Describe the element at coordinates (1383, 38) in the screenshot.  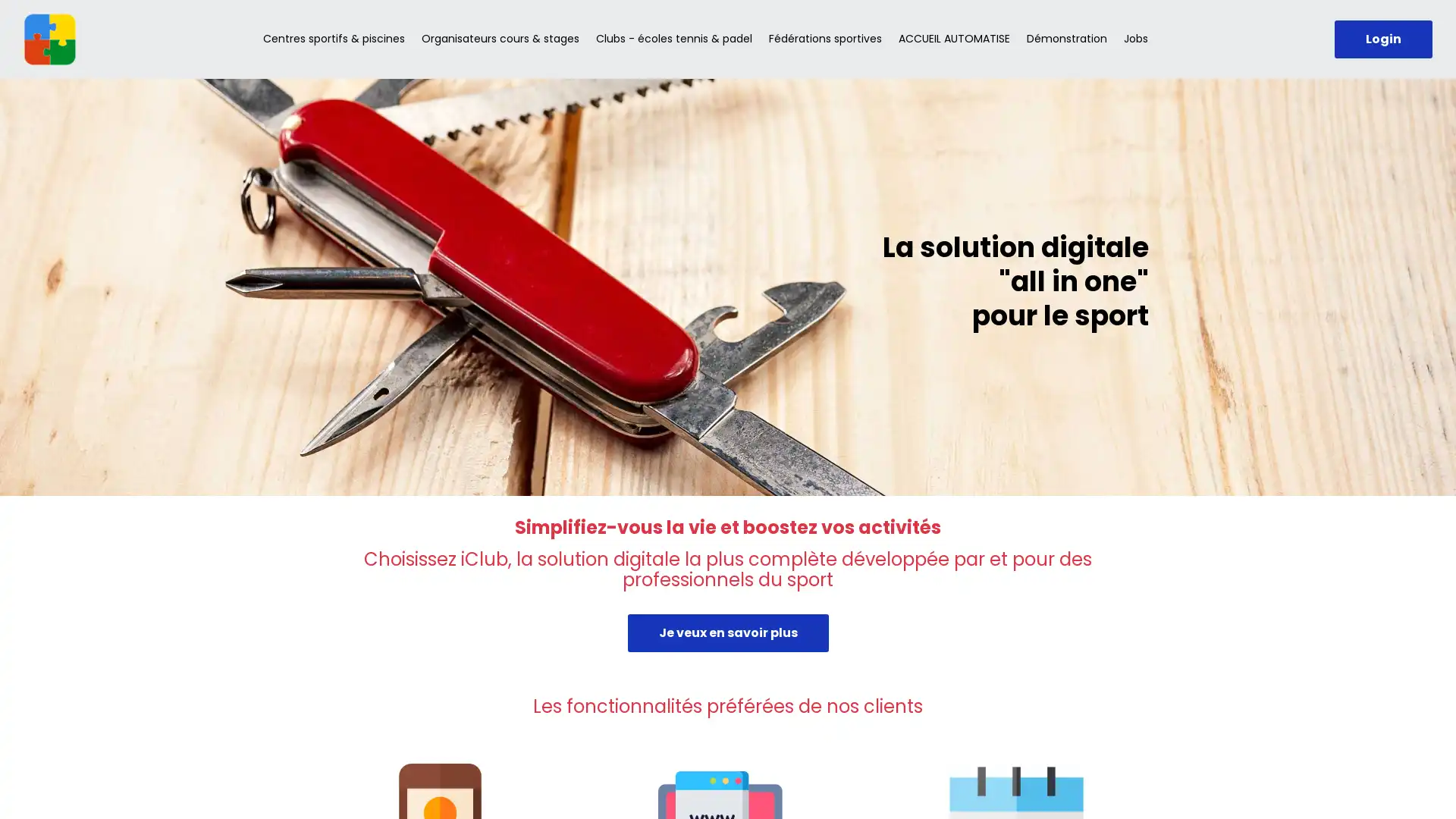
I see `Login` at that location.